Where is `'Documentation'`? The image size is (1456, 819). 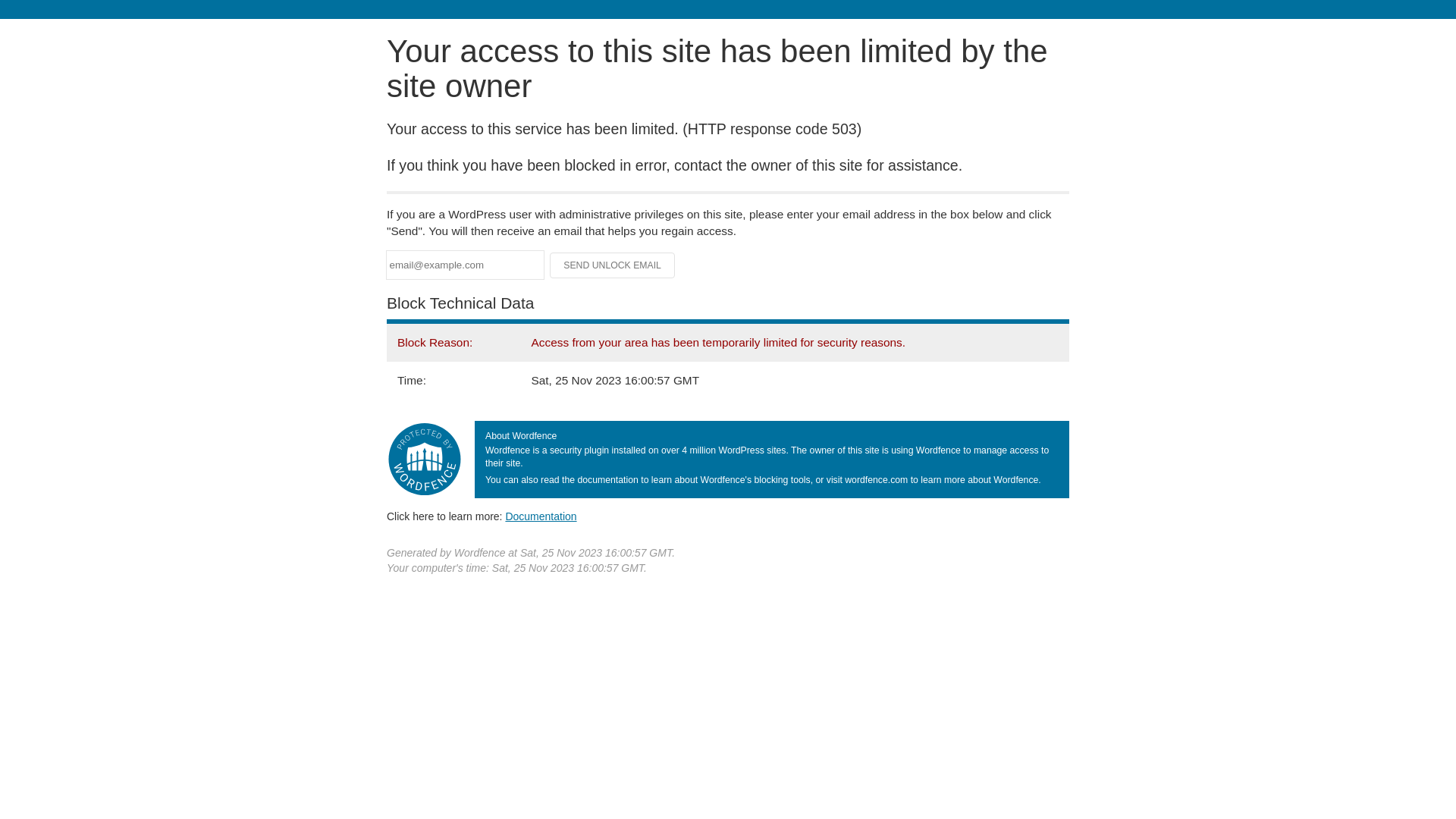 'Documentation' is located at coordinates (505, 516).